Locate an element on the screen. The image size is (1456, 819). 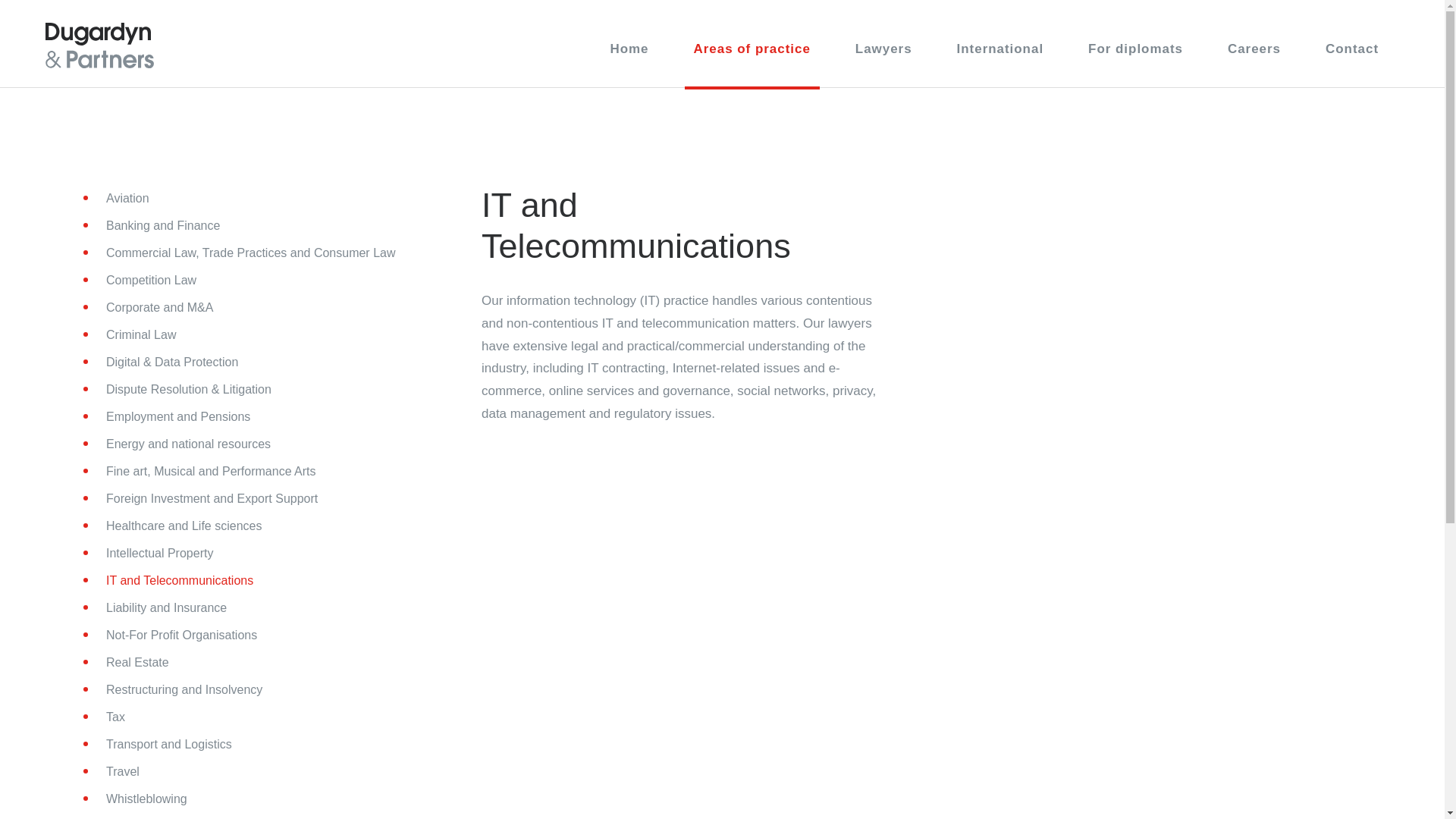
'Healthcare and Life sciences' is located at coordinates (174, 526).